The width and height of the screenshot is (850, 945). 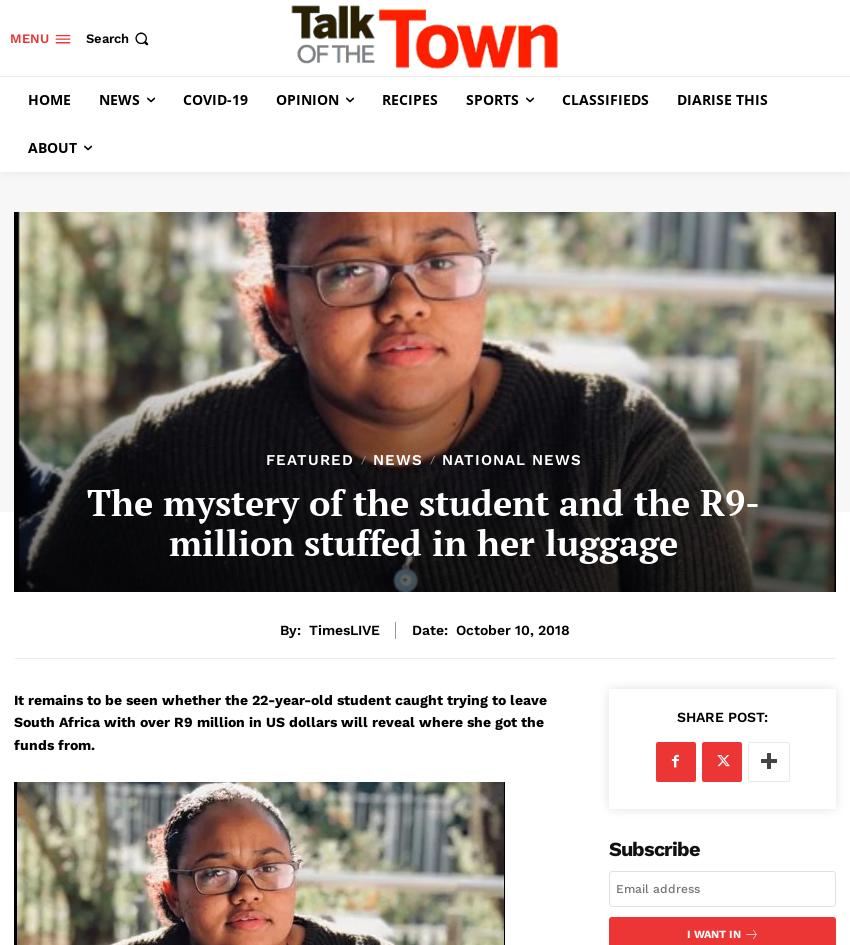 What do you see at coordinates (721, 716) in the screenshot?
I see `'Share post:'` at bounding box center [721, 716].